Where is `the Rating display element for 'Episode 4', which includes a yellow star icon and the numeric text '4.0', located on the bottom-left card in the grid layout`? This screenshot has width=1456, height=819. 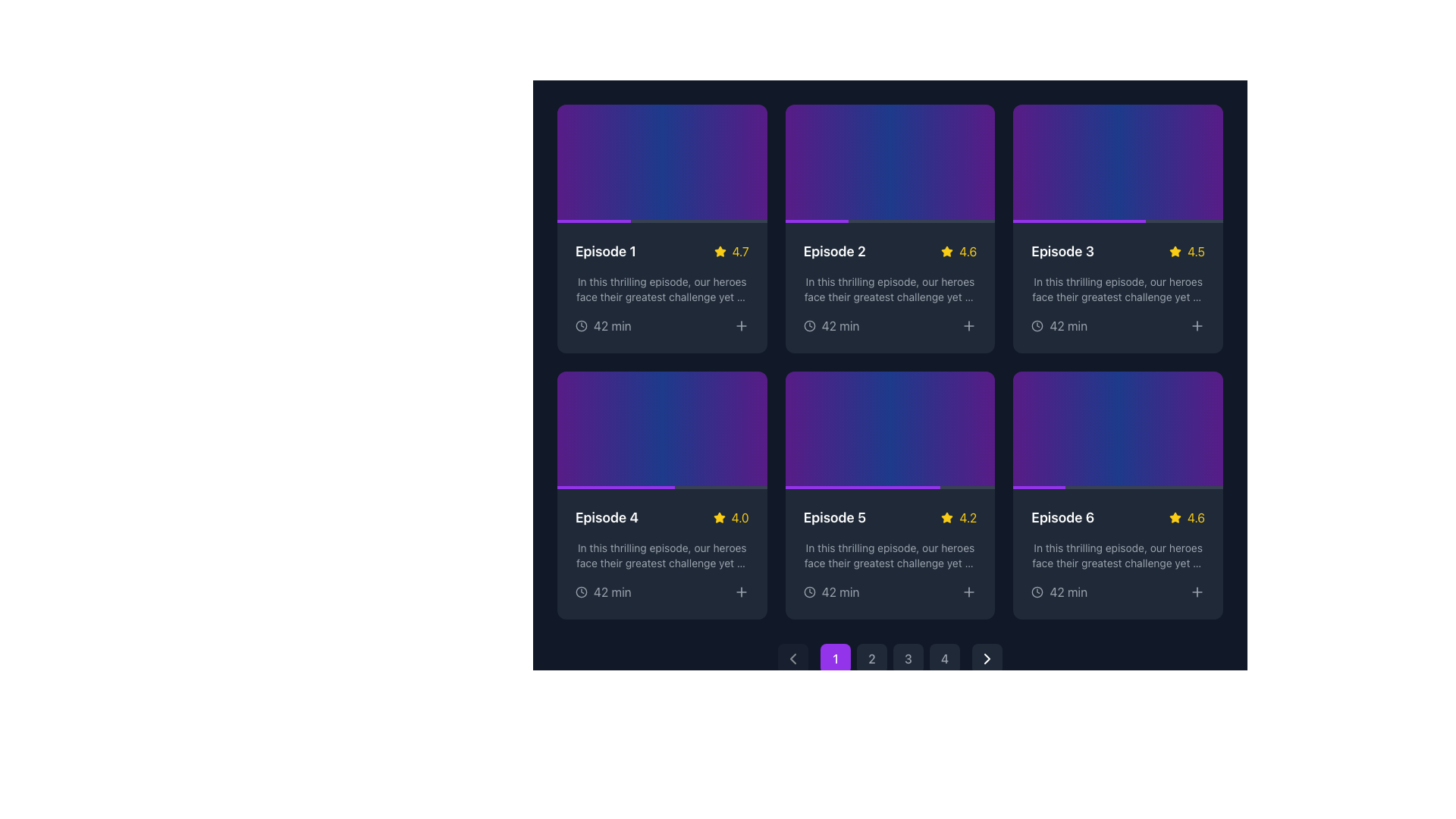
the Rating display element for 'Episode 4', which includes a yellow star icon and the numeric text '4.0', located on the bottom-left card in the grid layout is located at coordinates (731, 517).